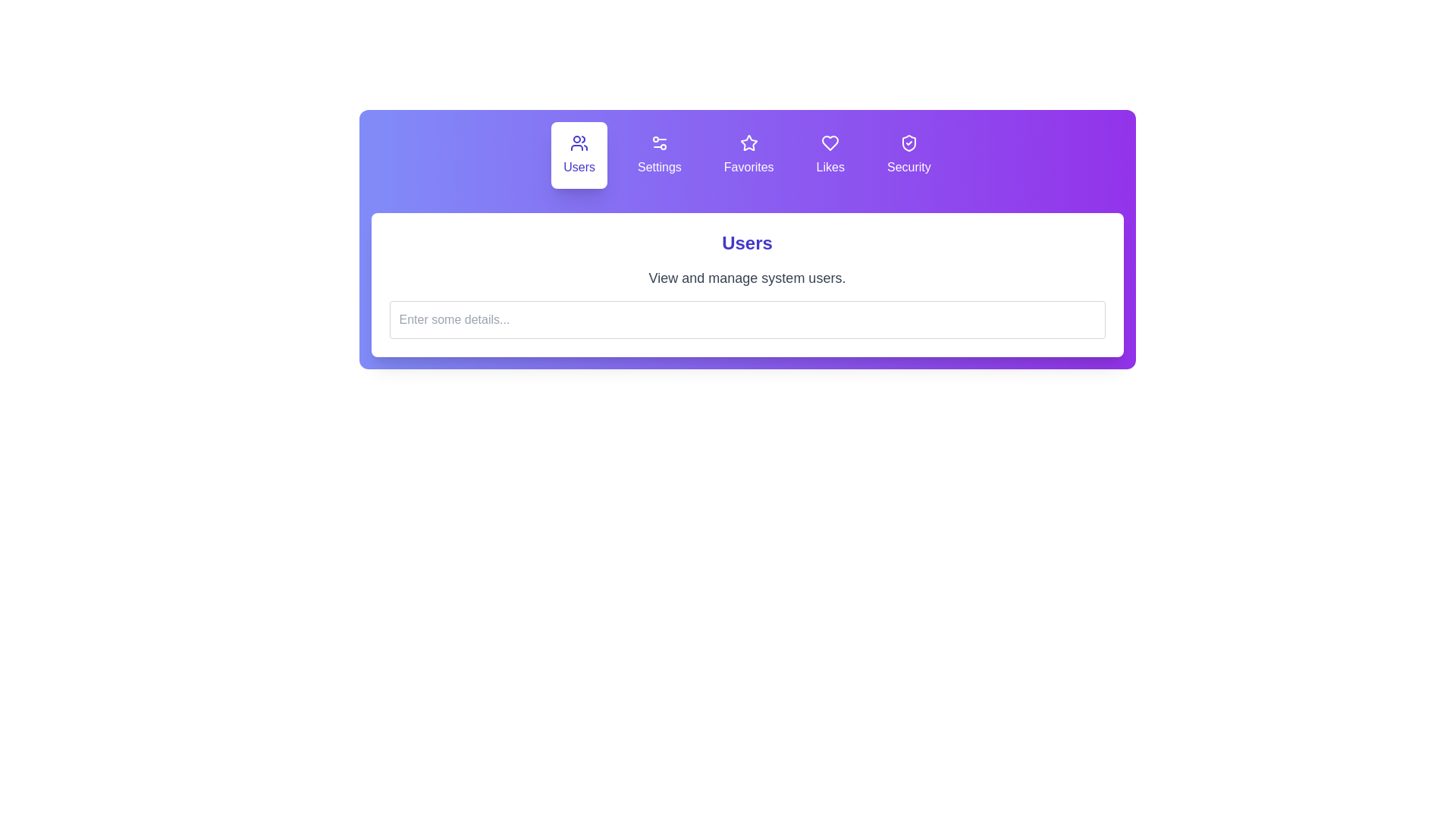  What do you see at coordinates (829, 155) in the screenshot?
I see `the tab labeled Likes to view its description` at bounding box center [829, 155].